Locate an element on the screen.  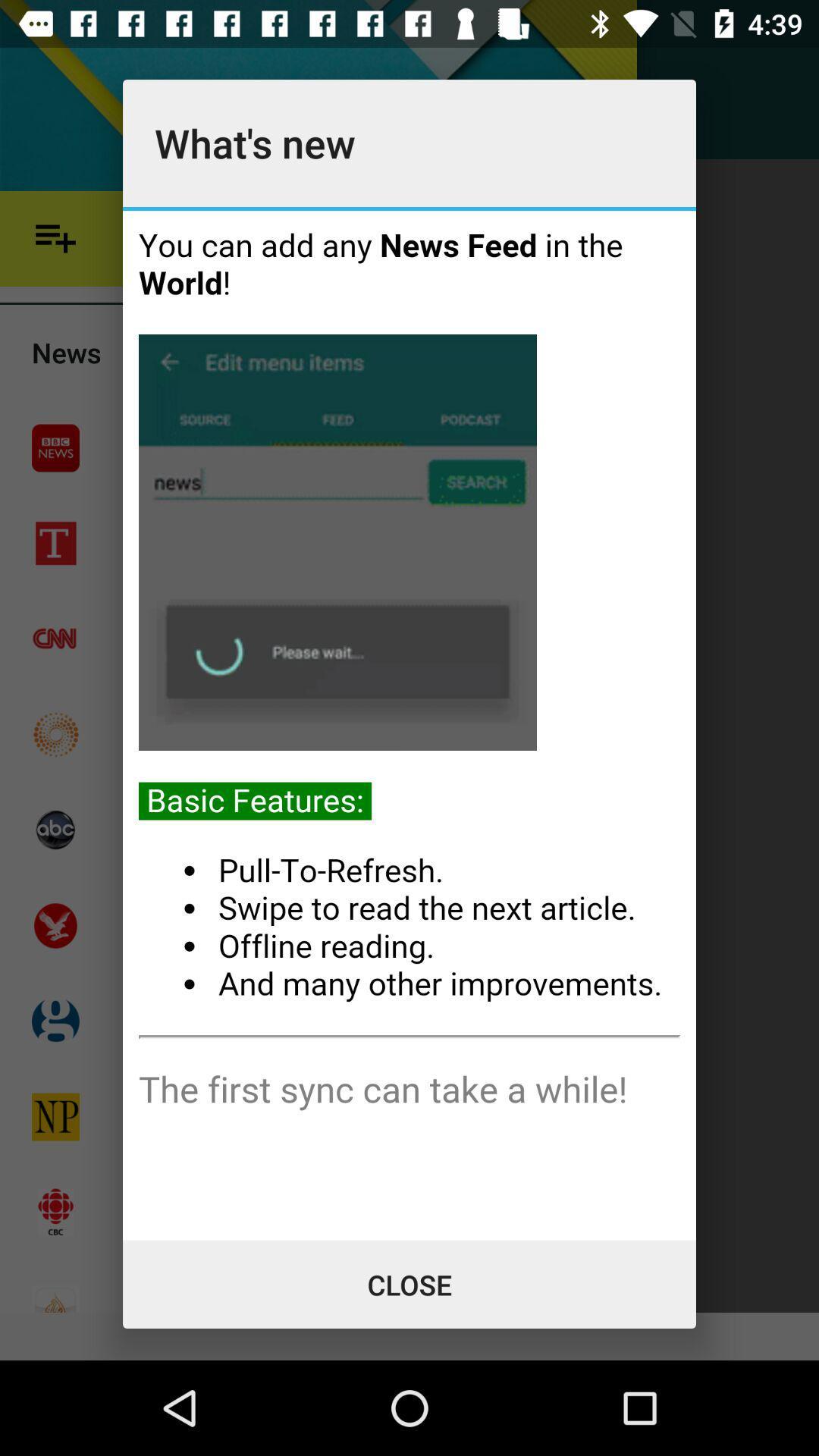
advertisement page is located at coordinates (409, 724).